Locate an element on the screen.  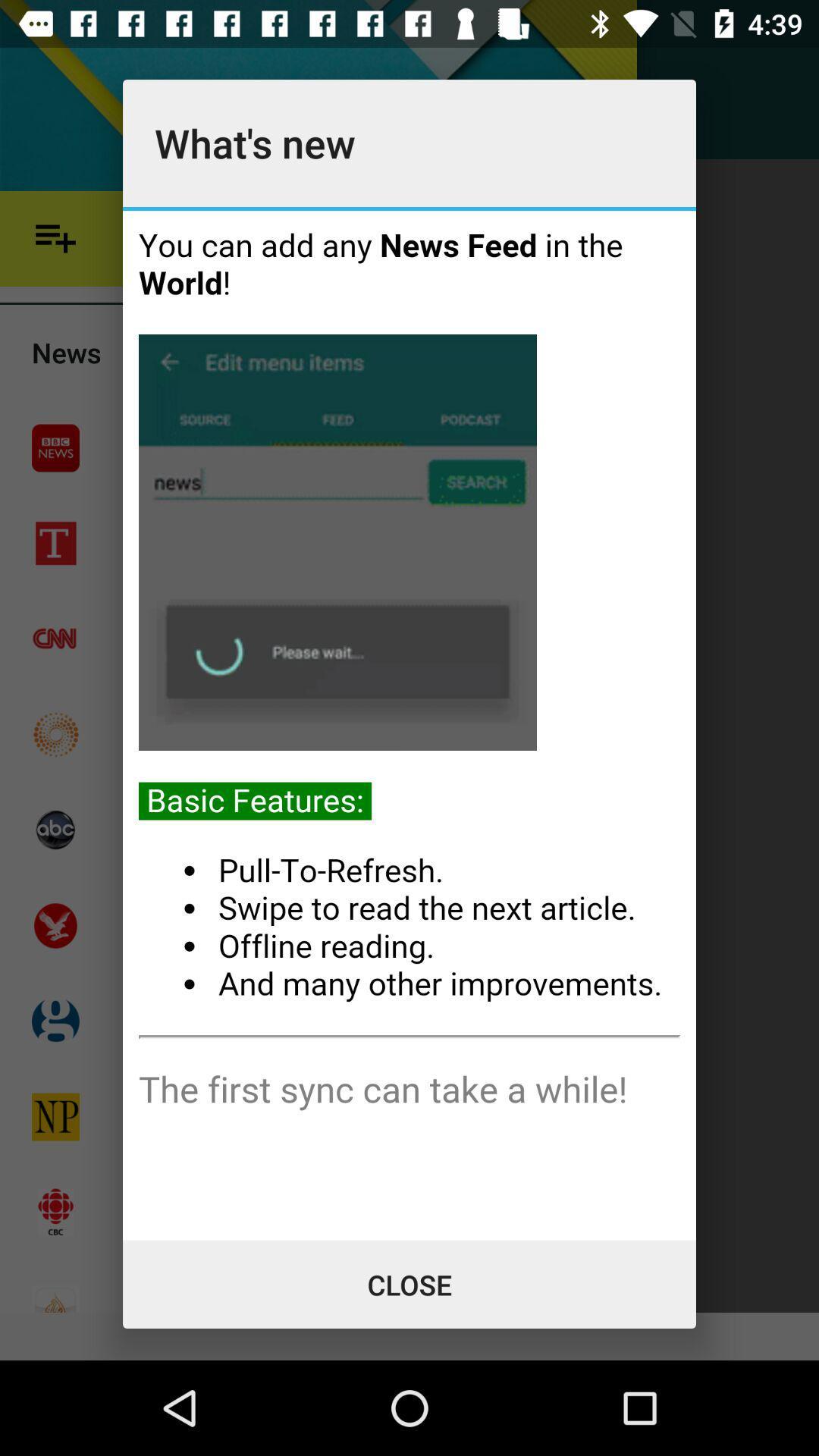
advertisement page is located at coordinates (409, 724).